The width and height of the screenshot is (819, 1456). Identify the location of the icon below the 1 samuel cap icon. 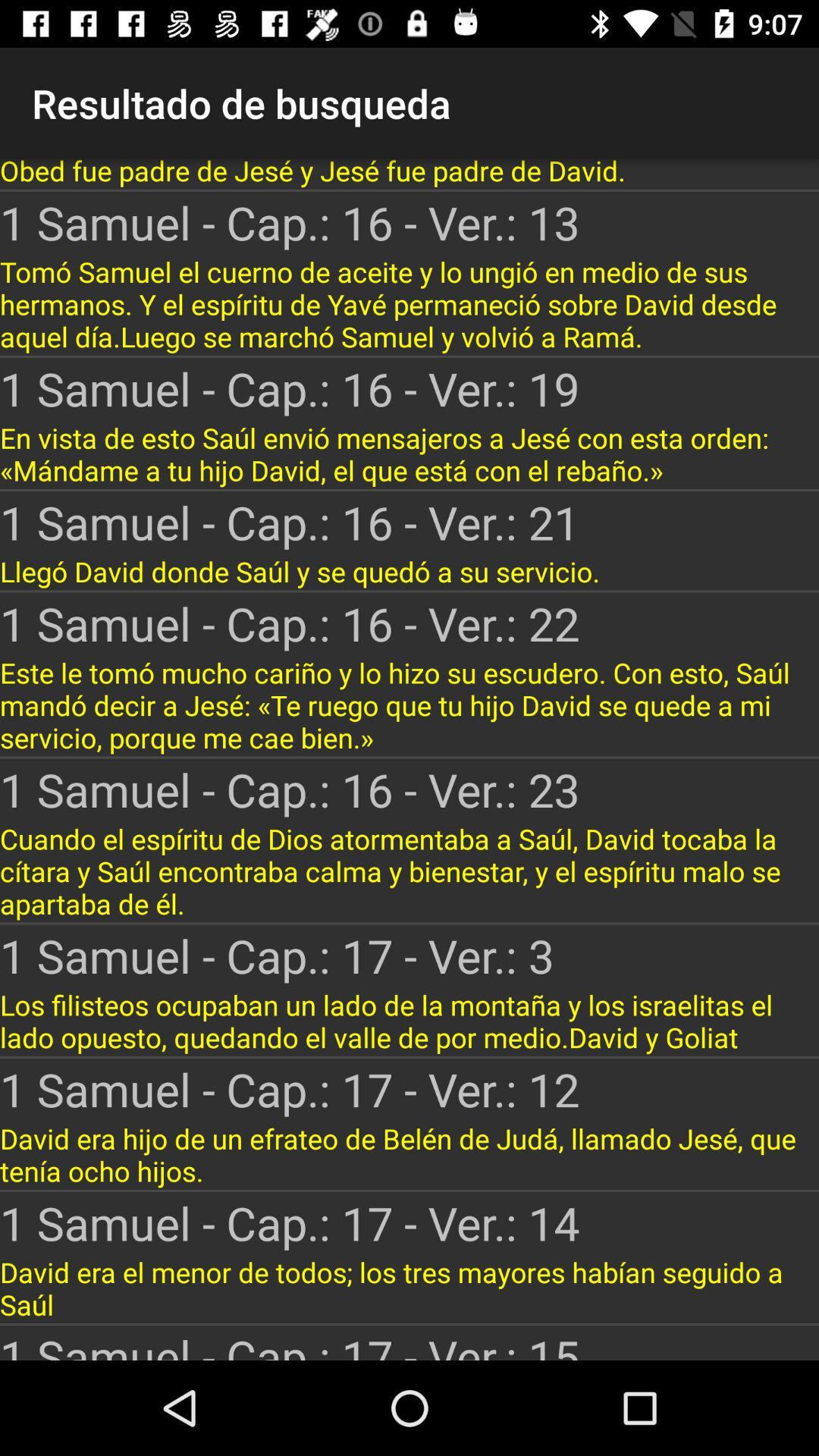
(409, 1021).